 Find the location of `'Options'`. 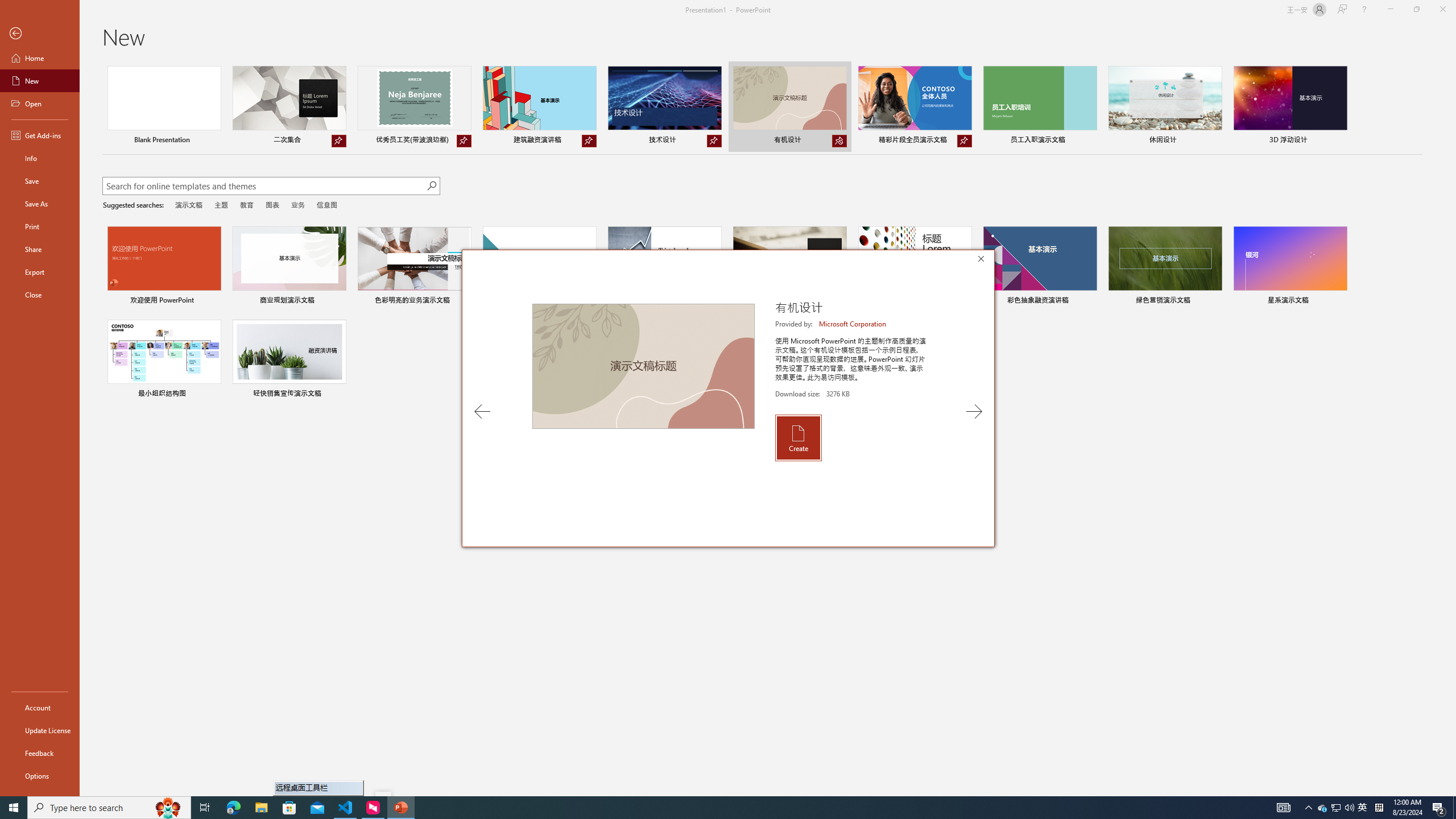

'Options' is located at coordinates (39, 775).